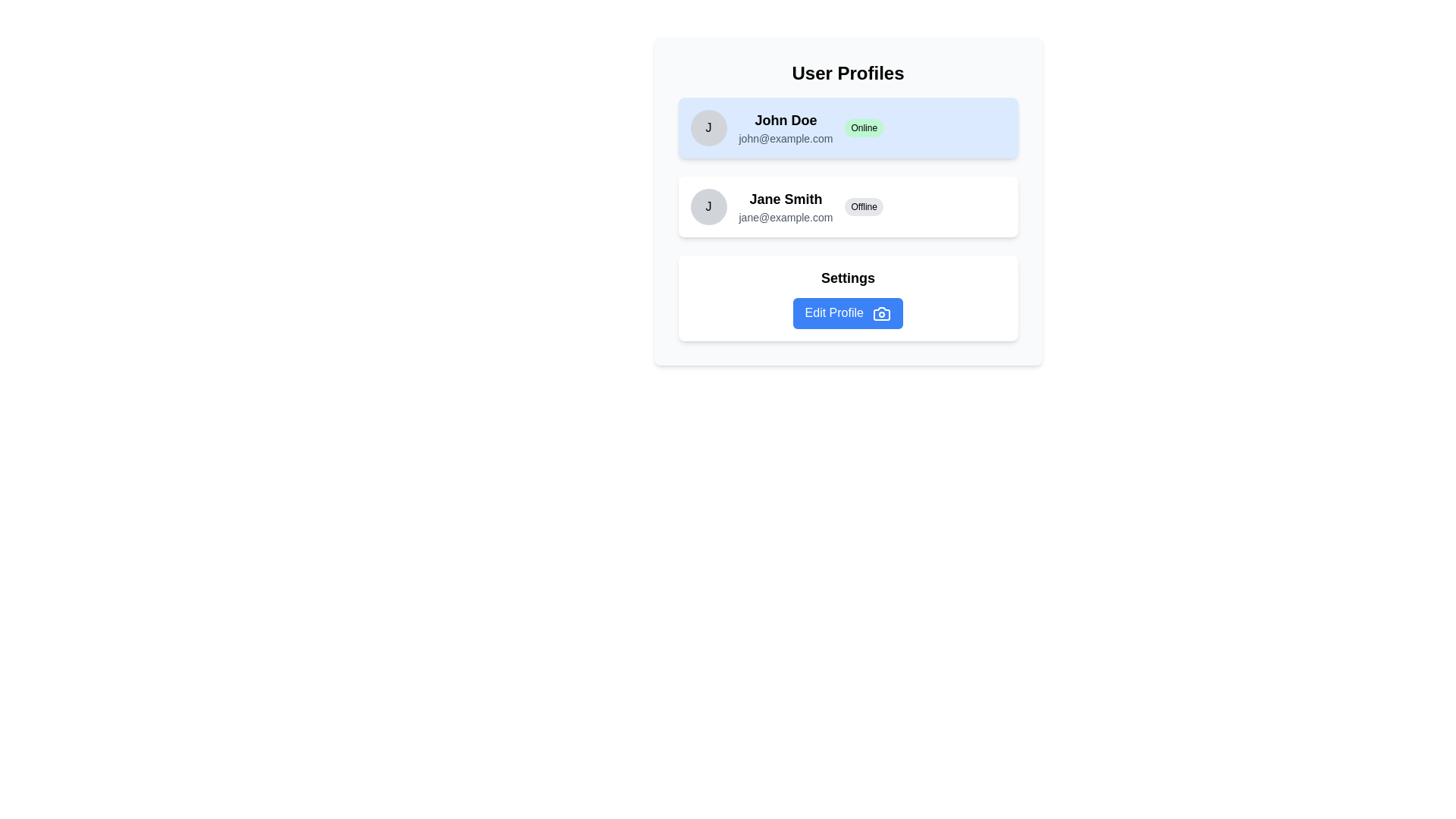 Image resolution: width=1456 pixels, height=819 pixels. What do you see at coordinates (786, 217) in the screenshot?
I see `the email address text label 'jane@example.com' displayed in a small gray font, located under the name 'Jane Smith' in the user profile card` at bounding box center [786, 217].